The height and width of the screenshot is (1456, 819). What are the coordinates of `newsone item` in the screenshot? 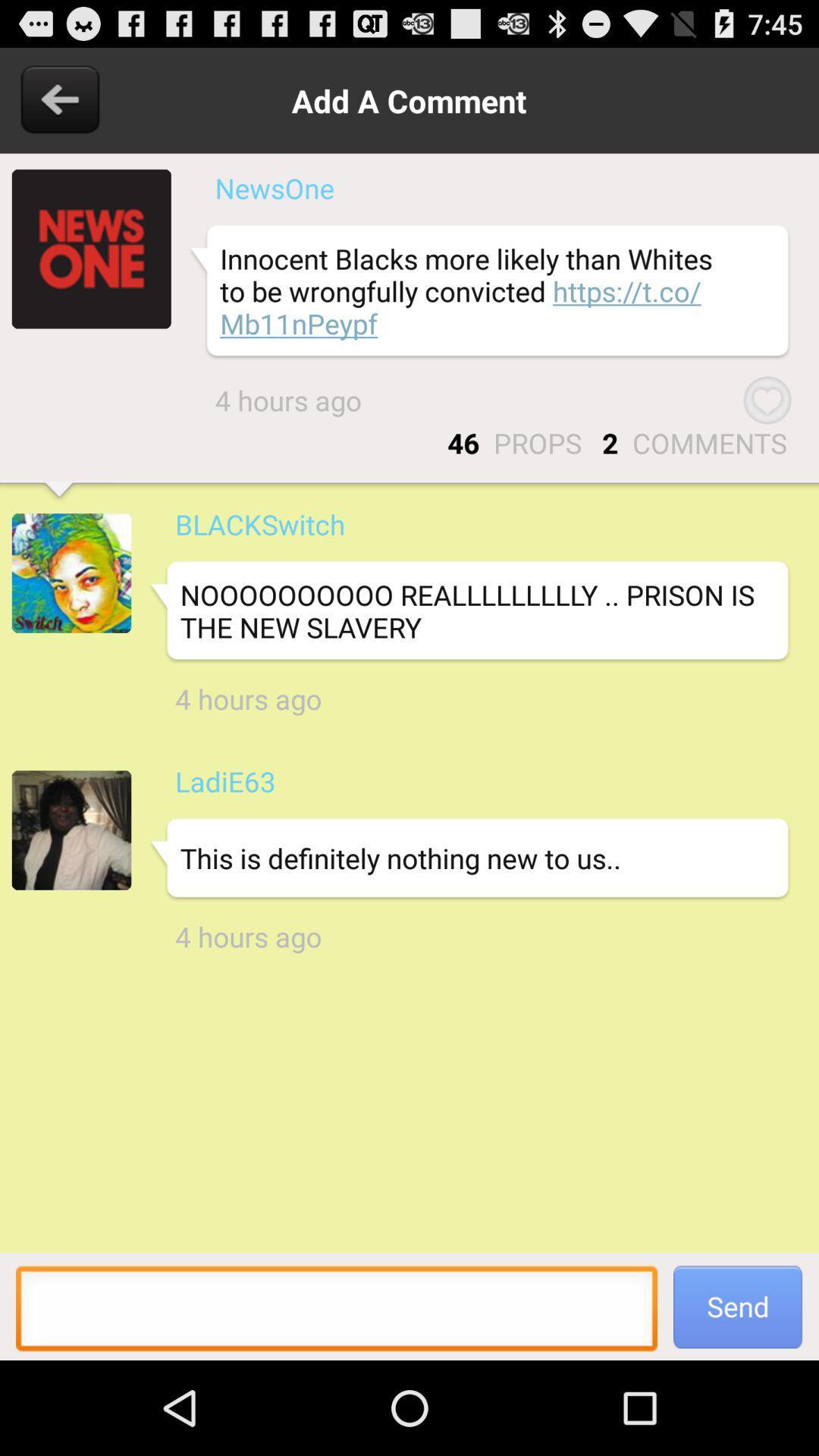 It's located at (275, 187).